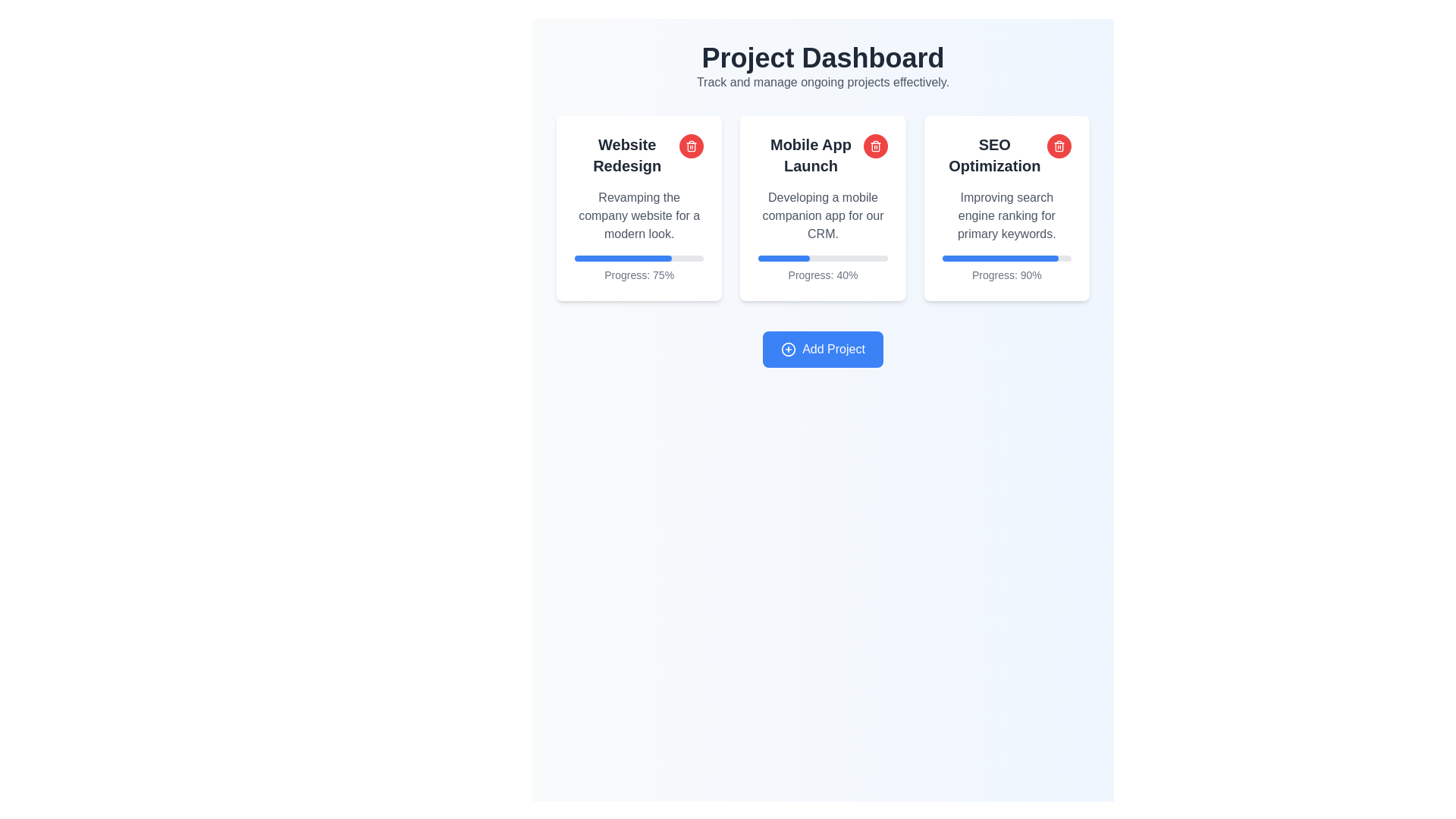  What do you see at coordinates (639, 216) in the screenshot?
I see `the Text Block that provides a description of the 'Website Redesign' project, located below the title and above the progress bar` at bounding box center [639, 216].